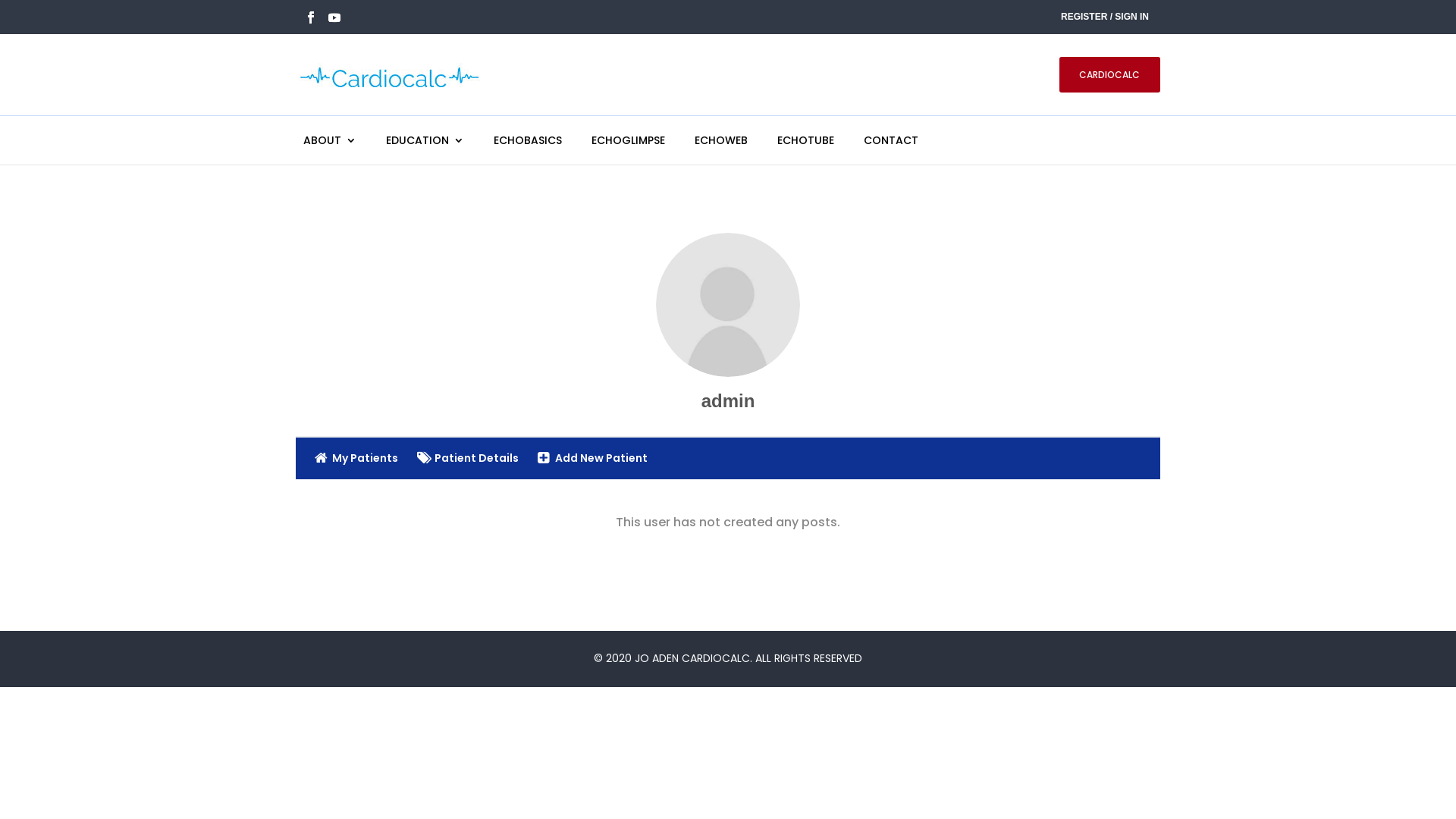 Image resolution: width=1456 pixels, height=819 pixels. I want to click on 'Add New Patient', so click(591, 458).